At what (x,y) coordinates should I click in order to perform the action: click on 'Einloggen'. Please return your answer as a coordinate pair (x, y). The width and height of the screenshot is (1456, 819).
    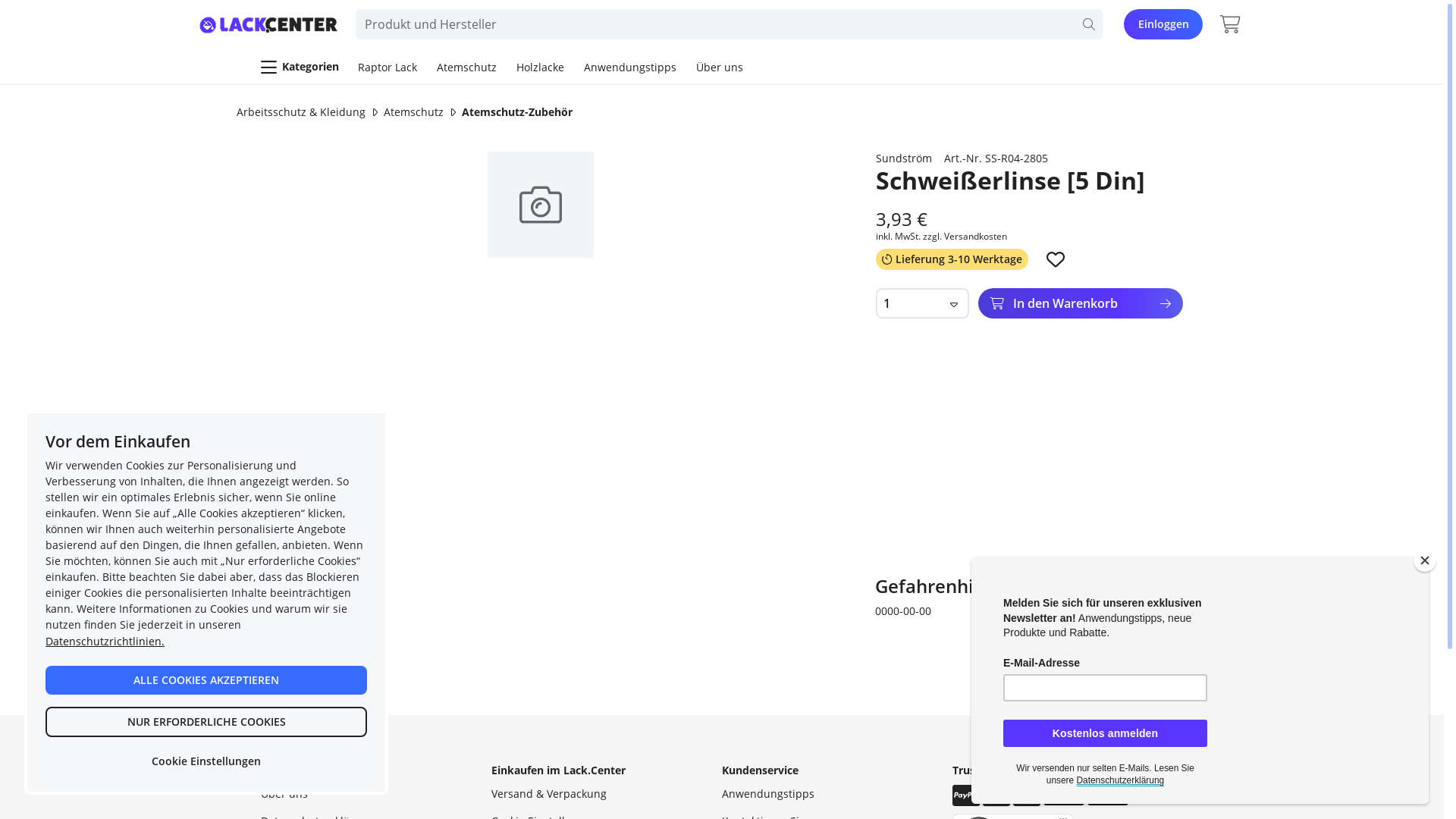
    Looking at the image, I should click on (1163, 24).